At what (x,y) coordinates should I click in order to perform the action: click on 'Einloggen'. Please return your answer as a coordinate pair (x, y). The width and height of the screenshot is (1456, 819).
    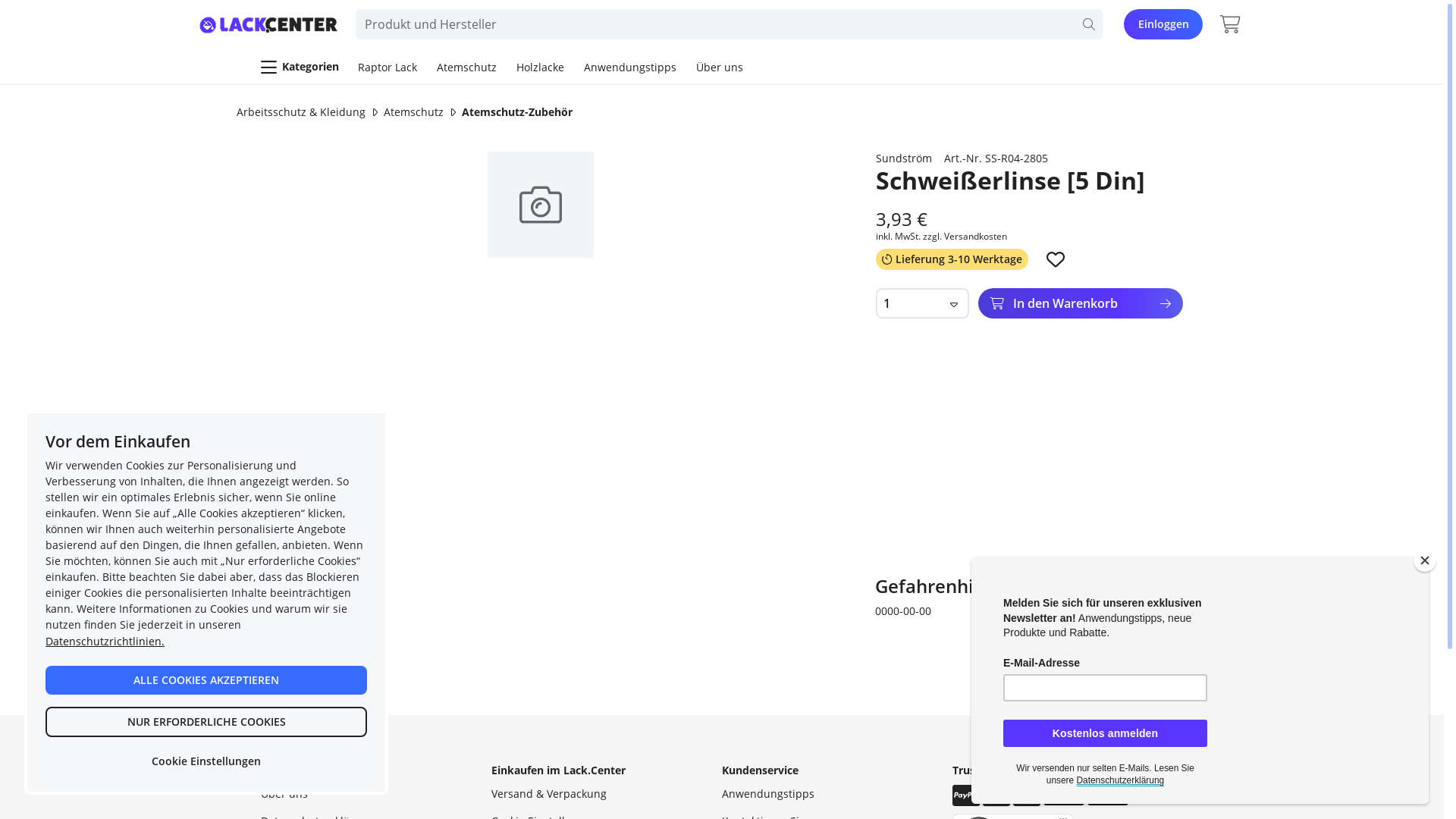
    Looking at the image, I should click on (1163, 24).